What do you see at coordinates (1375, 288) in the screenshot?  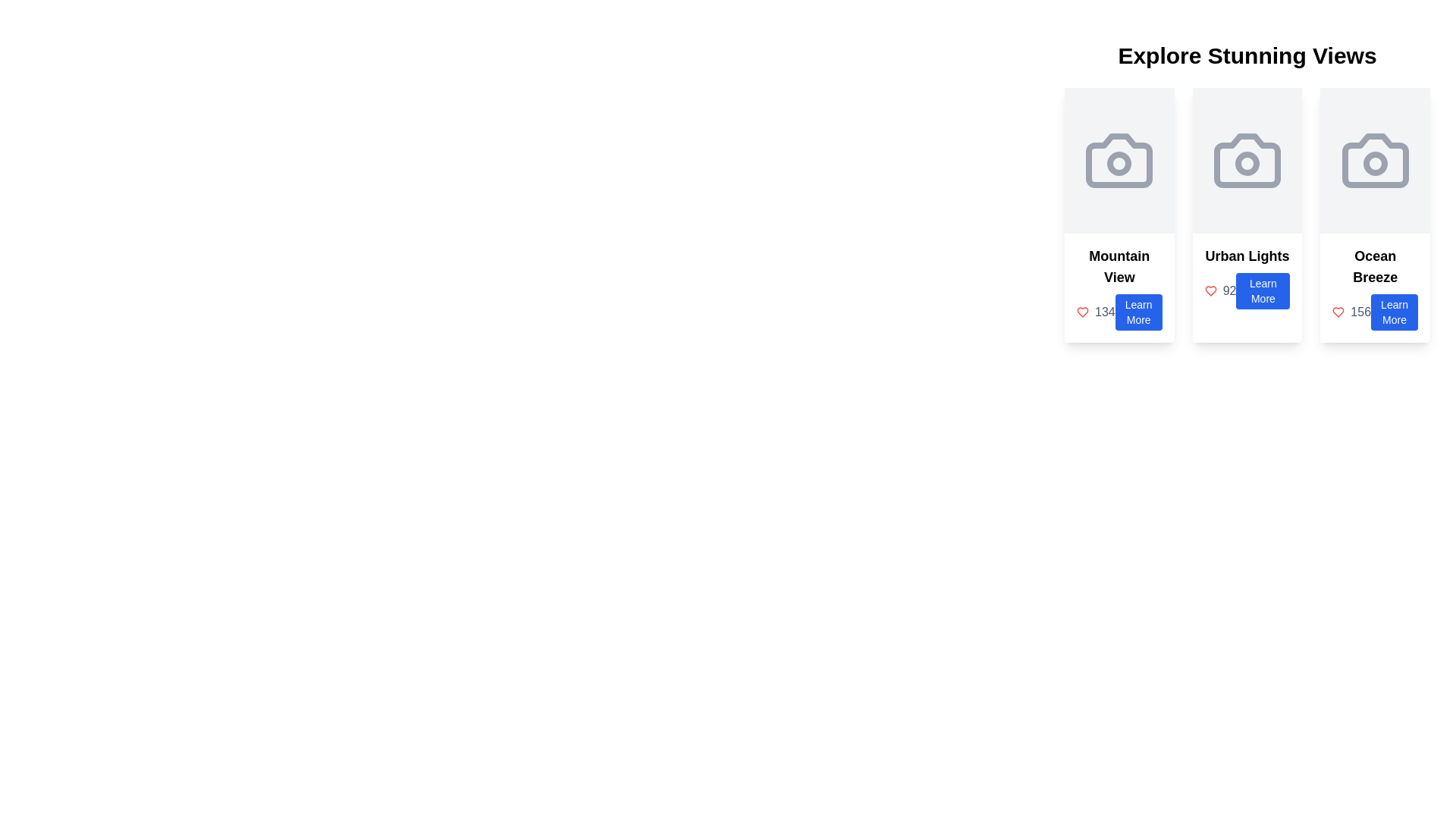 I see `the 'Learn More' button on the 'Ocean Breeze' card, which is located in the third column below 'Explore Stunning Views' in a grid layout` at bounding box center [1375, 288].